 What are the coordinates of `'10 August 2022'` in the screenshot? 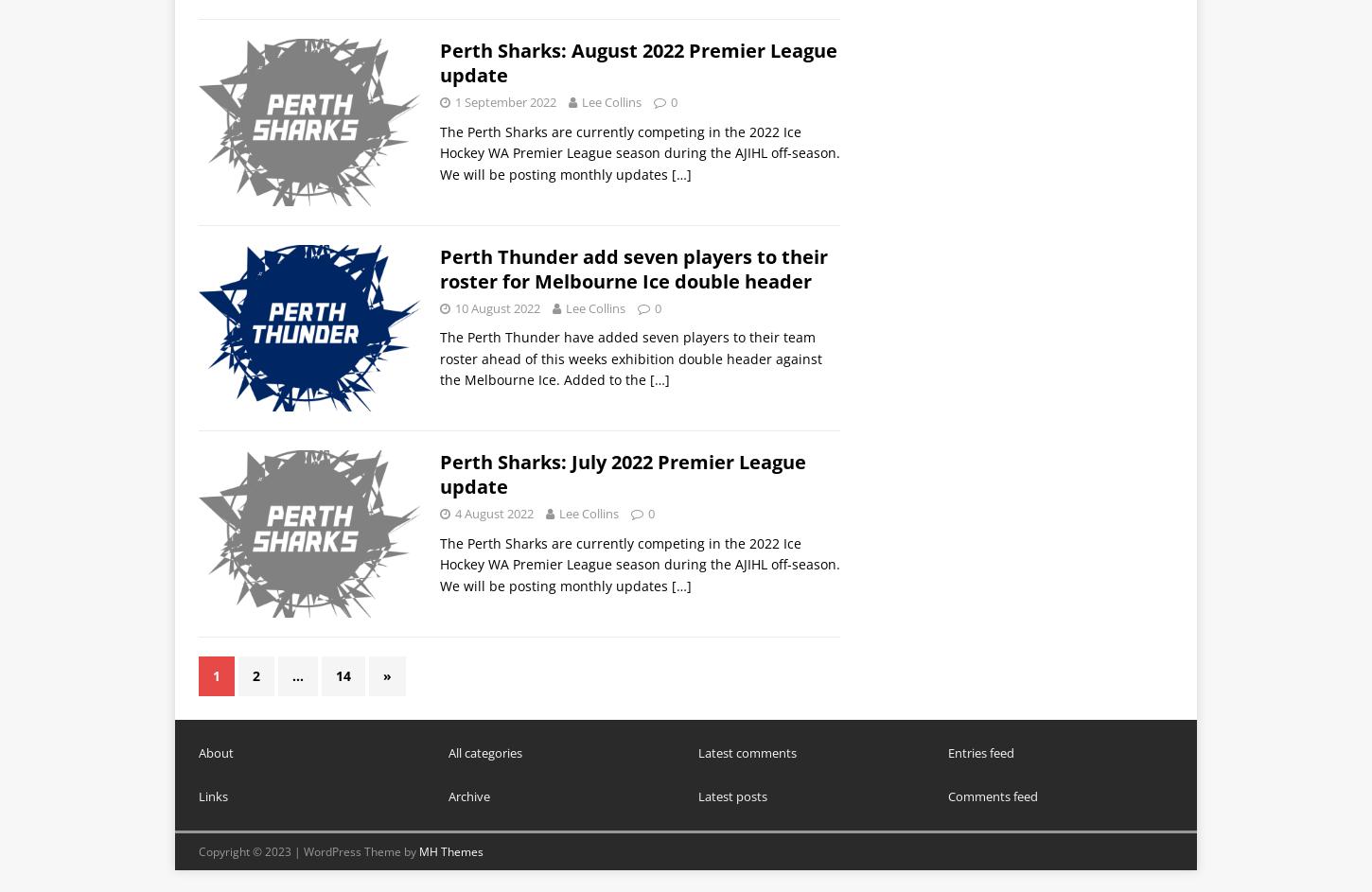 It's located at (453, 306).